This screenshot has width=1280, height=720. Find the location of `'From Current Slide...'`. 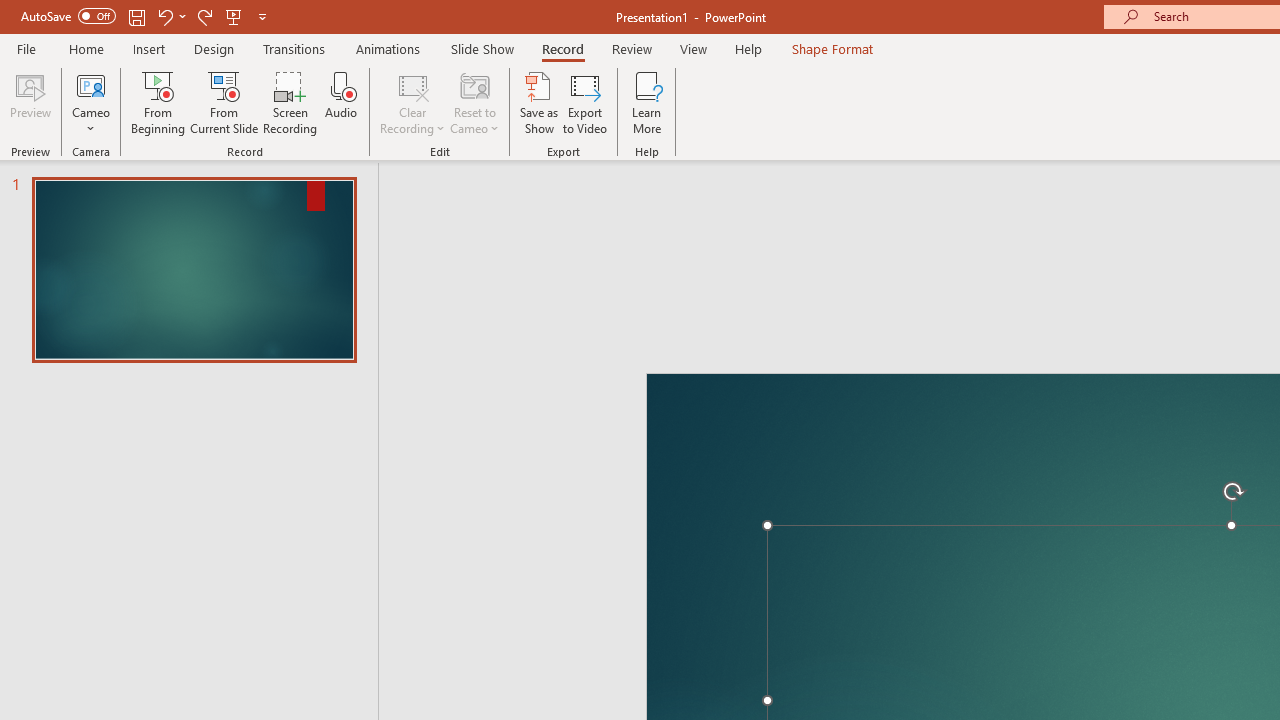

'From Current Slide...' is located at coordinates (224, 103).